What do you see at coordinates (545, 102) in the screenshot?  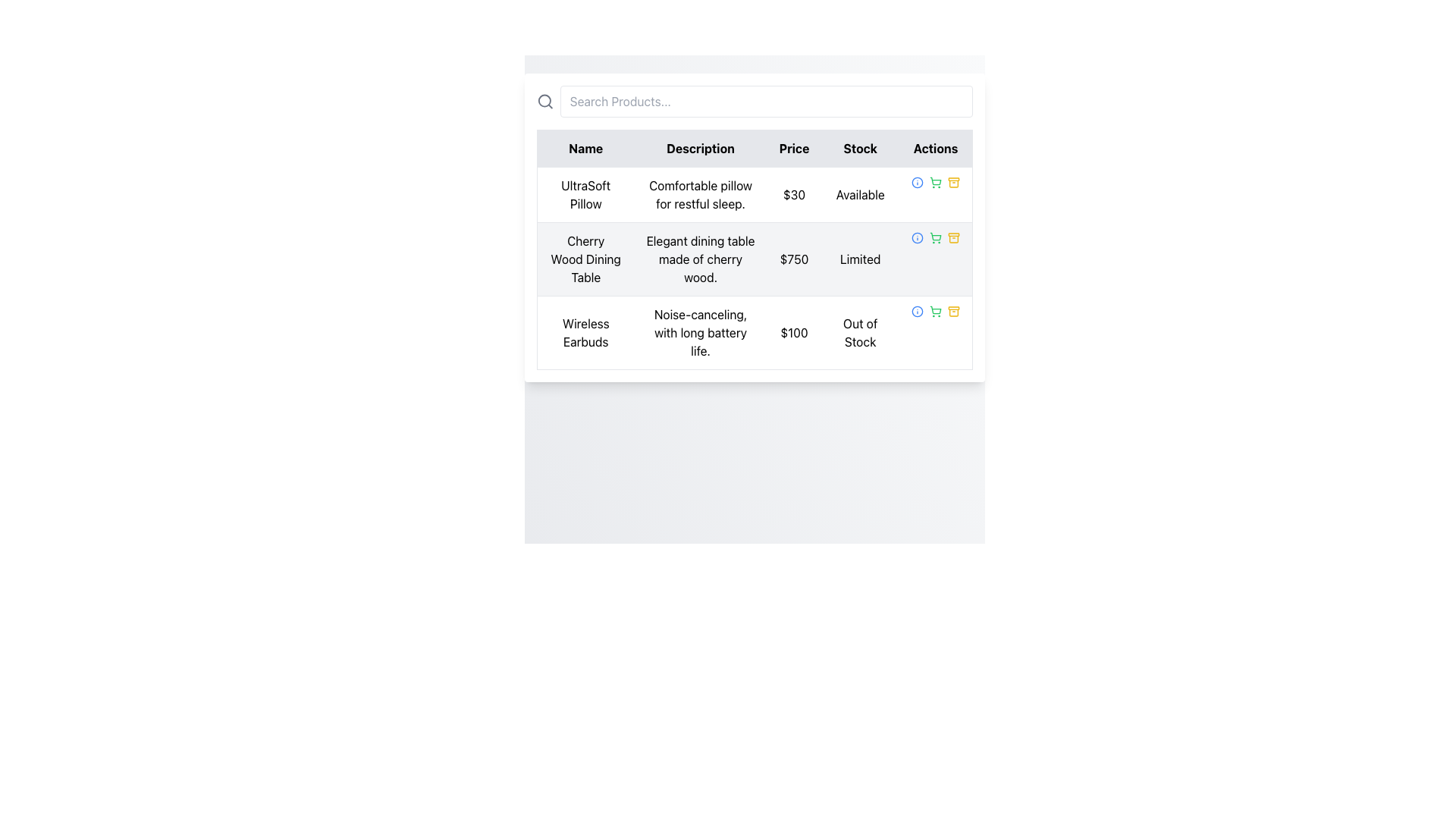 I see `the magnifying glass icon representing the search feature, which is positioned to the left of the search text input field` at bounding box center [545, 102].